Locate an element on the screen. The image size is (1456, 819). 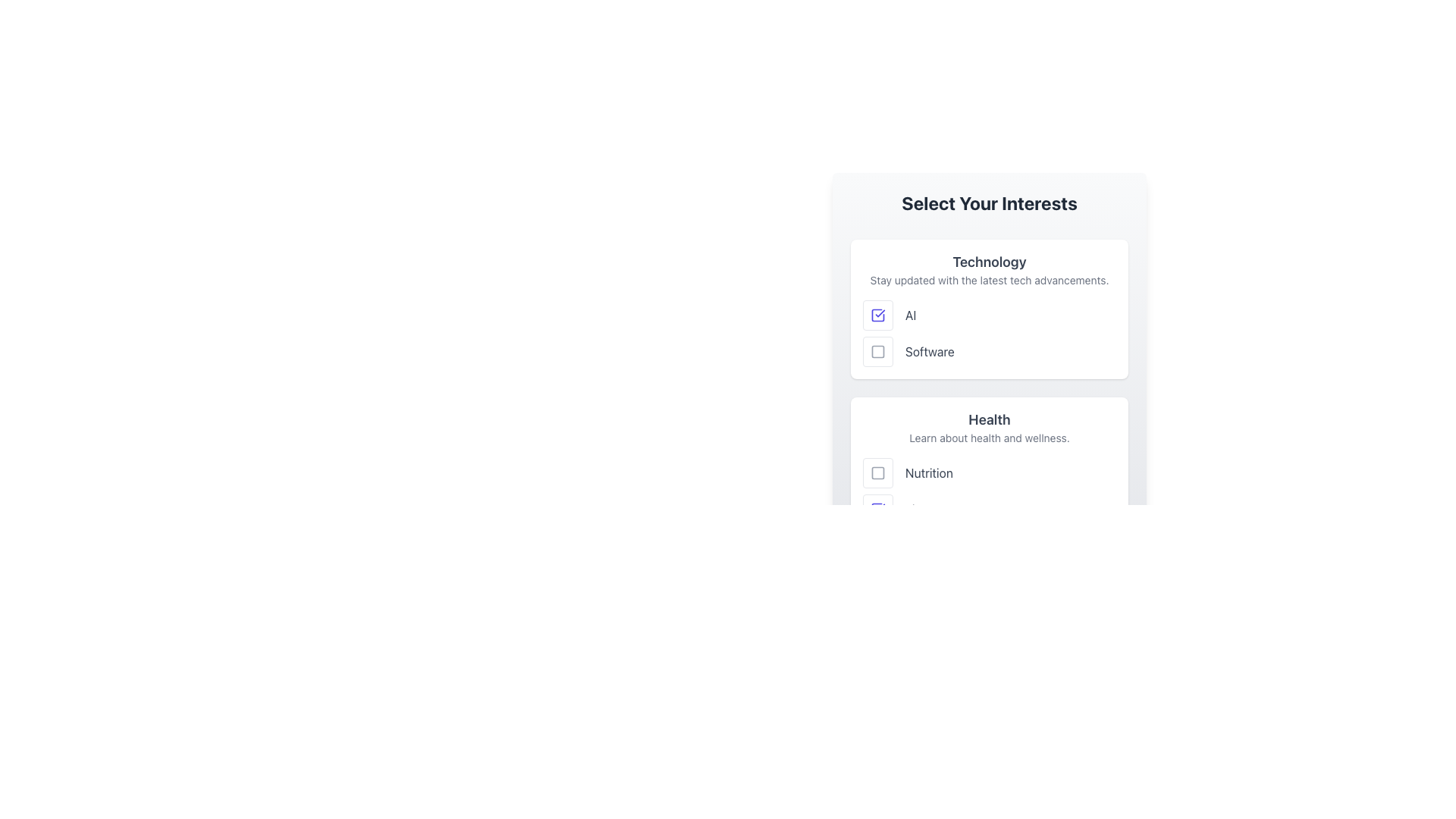
the light indigo checkbox icon representing the selection state under the 'Health' category is located at coordinates (877, 509).